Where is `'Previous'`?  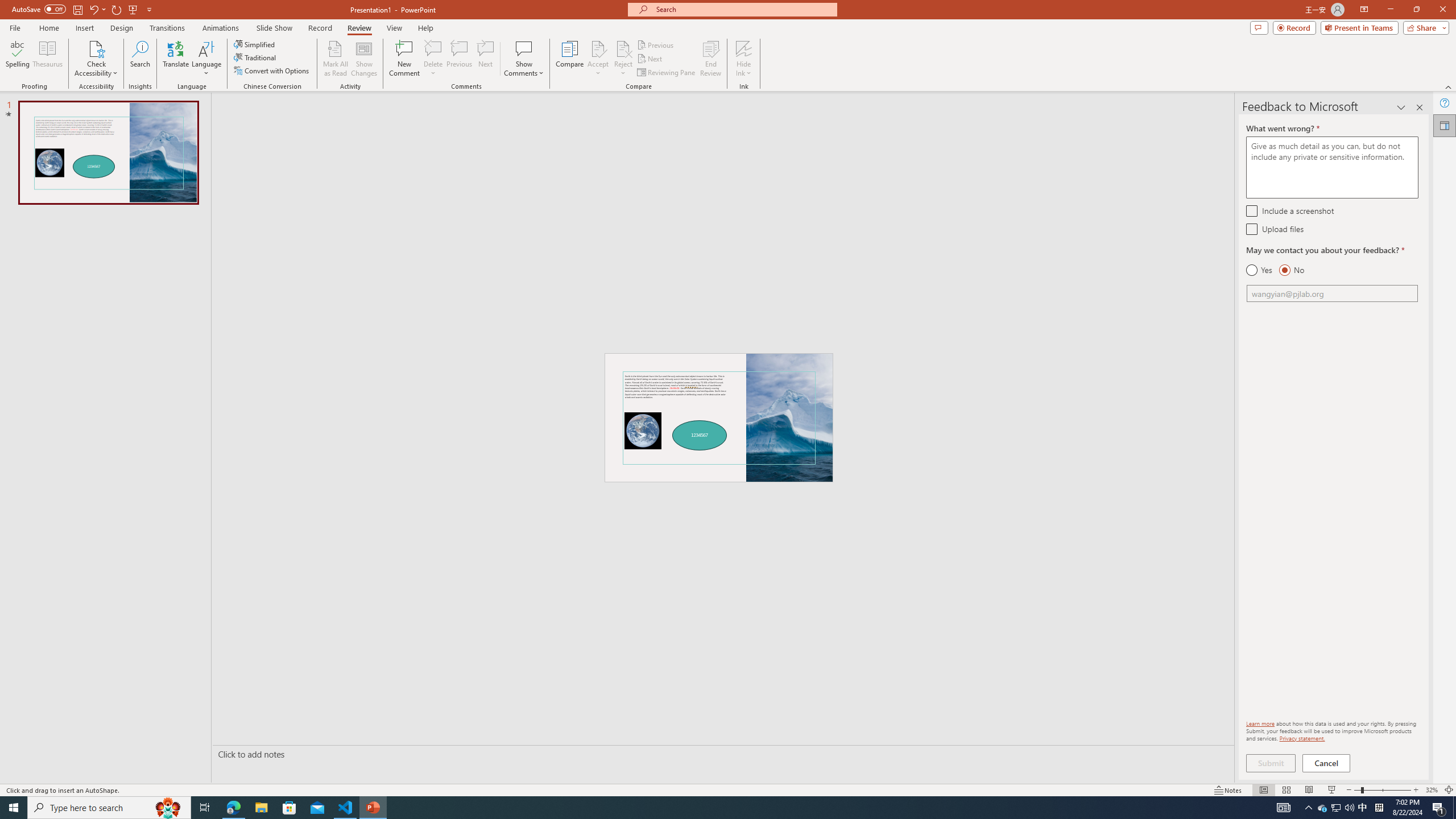
'Previous' is located at coordinates (656, 44).